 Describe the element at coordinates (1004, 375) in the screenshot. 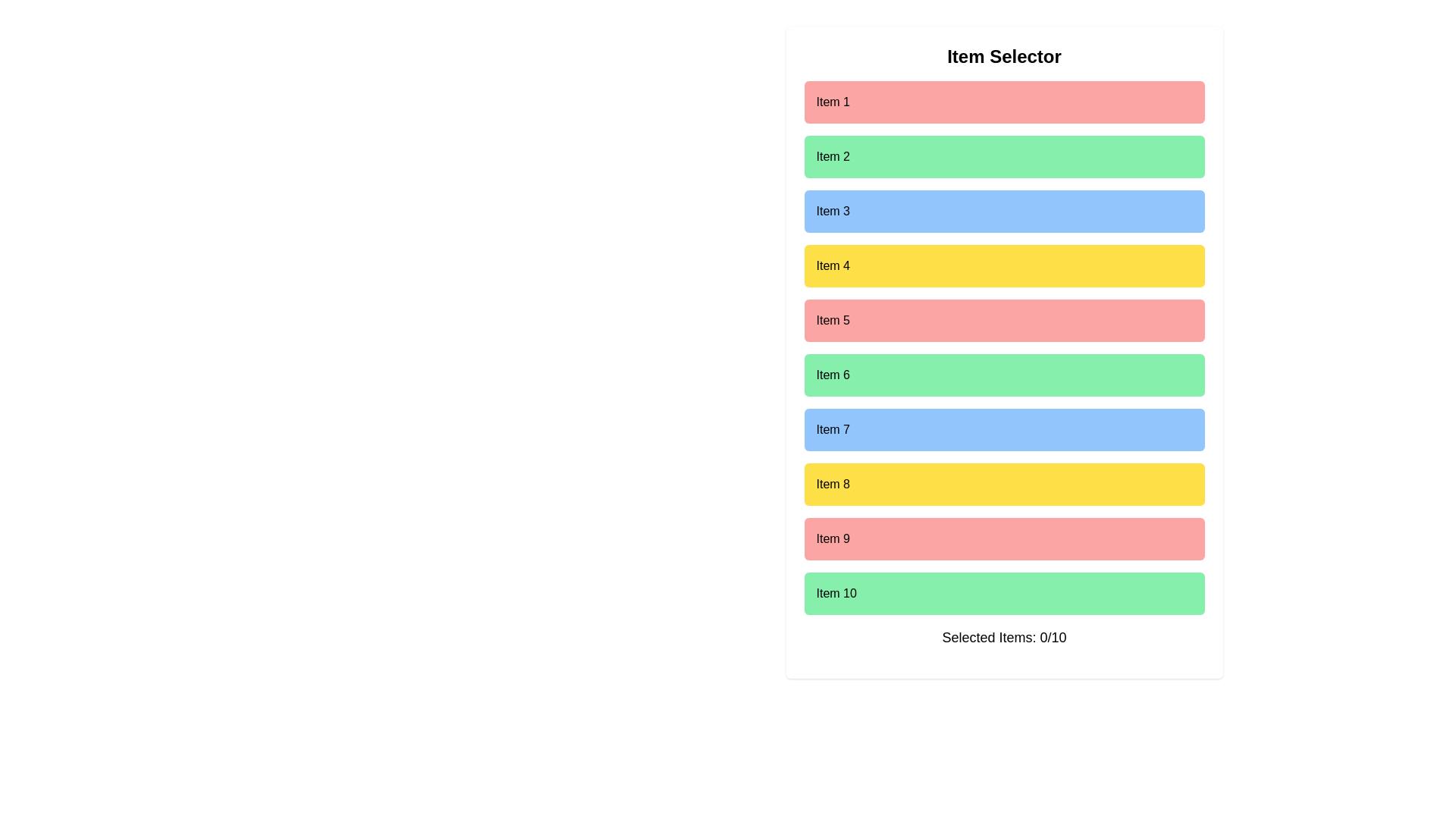

I see `the button labeled 'Item 6' with a green background to trigger the visual scale effect` at that location.